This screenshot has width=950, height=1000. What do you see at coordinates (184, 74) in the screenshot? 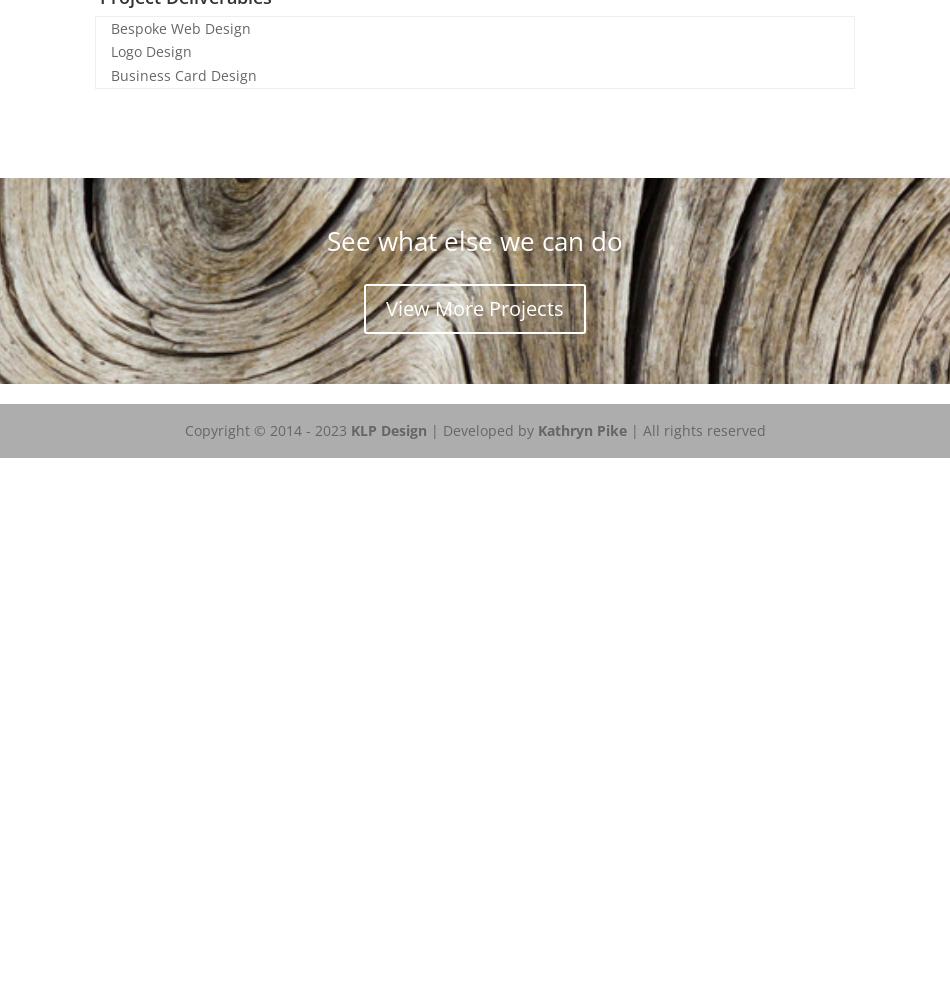
I see `'Business Card Design'` at bounding box center [184, 74].